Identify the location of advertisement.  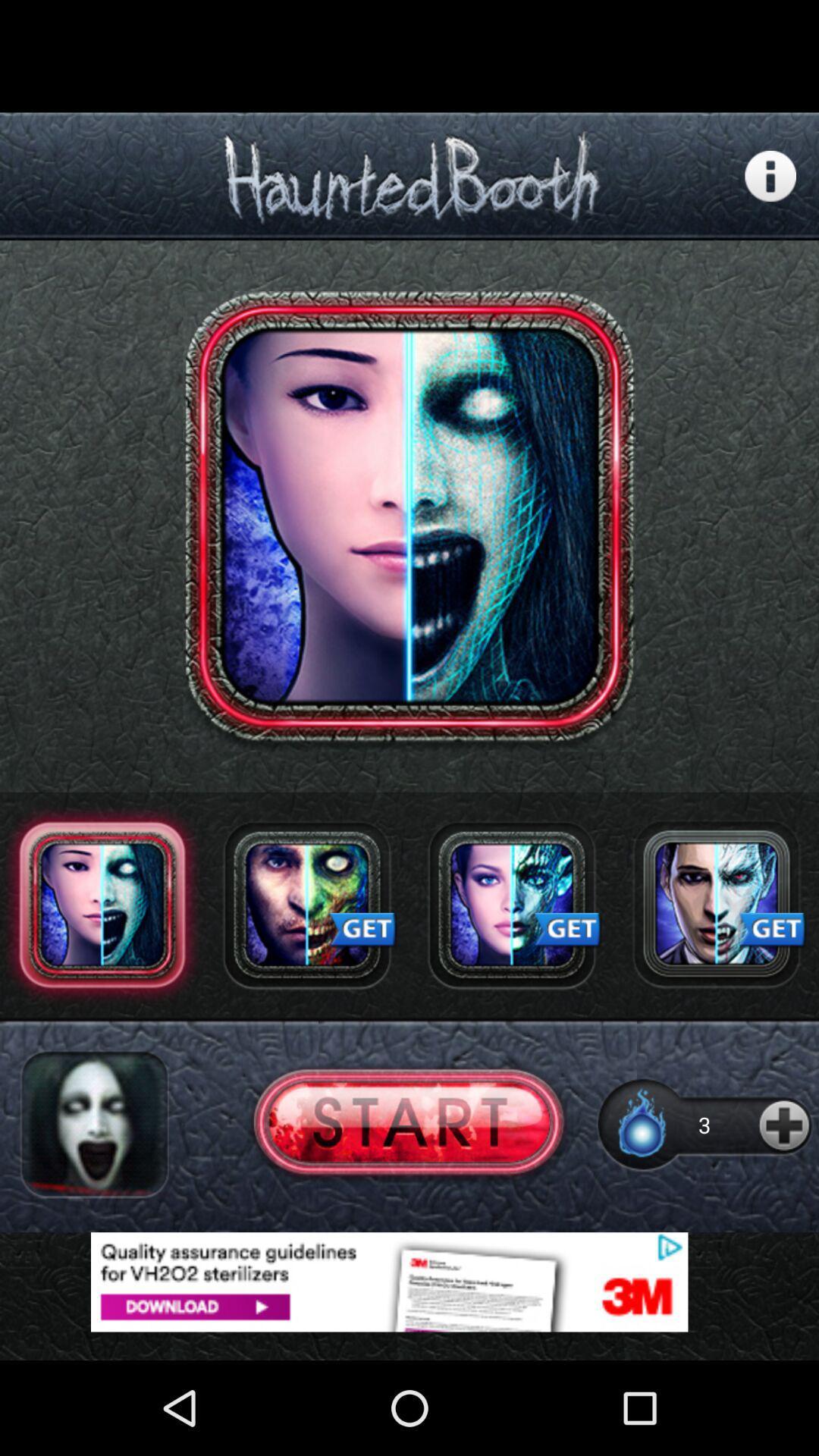
(409, 1281).